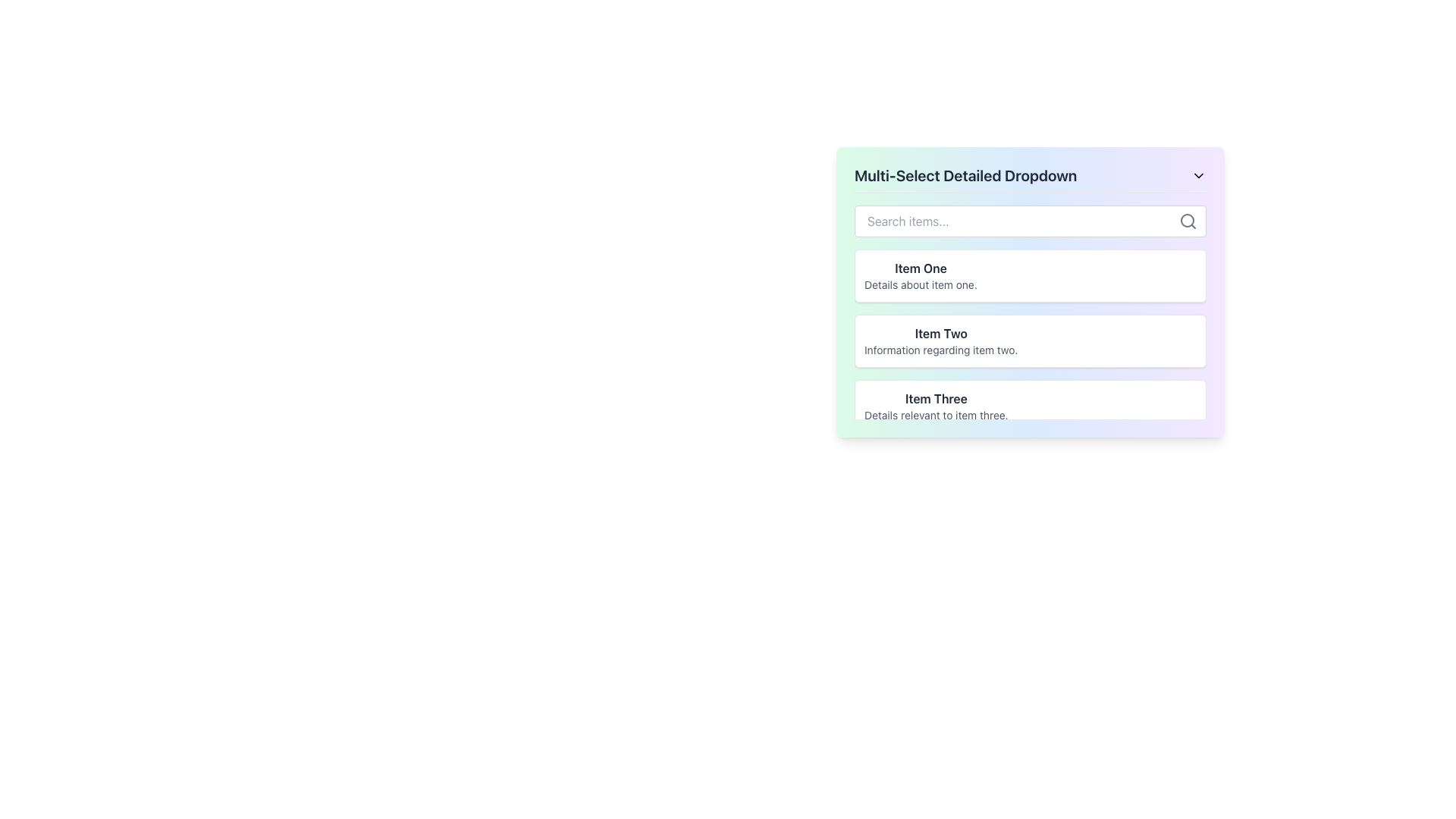  Describe the element at coordinates (1030, 406) in the screenshot. I see `the third entry in the dropdown menu that follows 'Item One' and 'Item Two'` at that location.